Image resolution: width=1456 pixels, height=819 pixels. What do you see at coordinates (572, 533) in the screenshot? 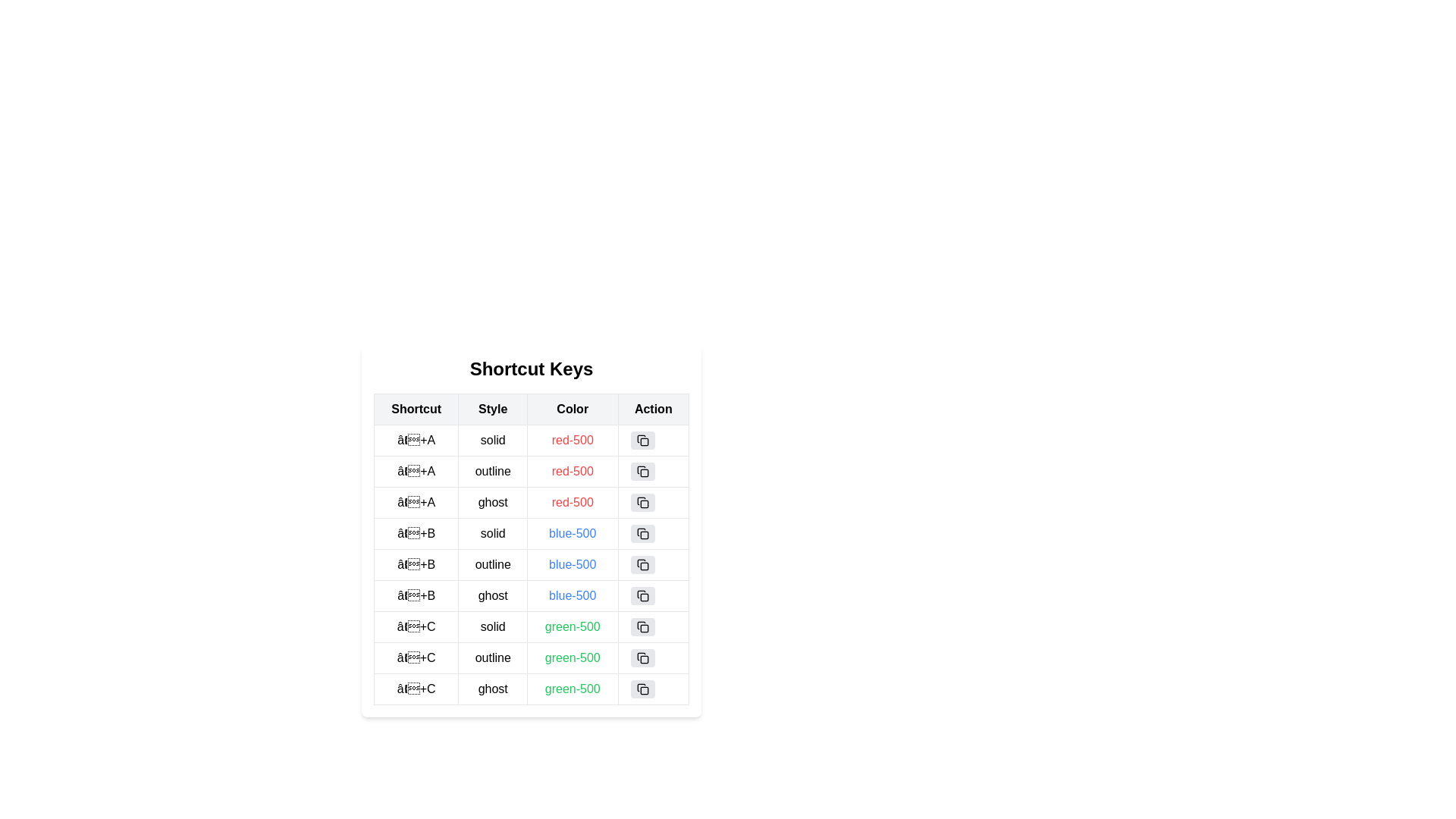
I see `the text 'blue-500' styled in blue font, located in the third row under the 'Color' column of the 'Shortcut Keys' table` at bounding box center [572, 533].